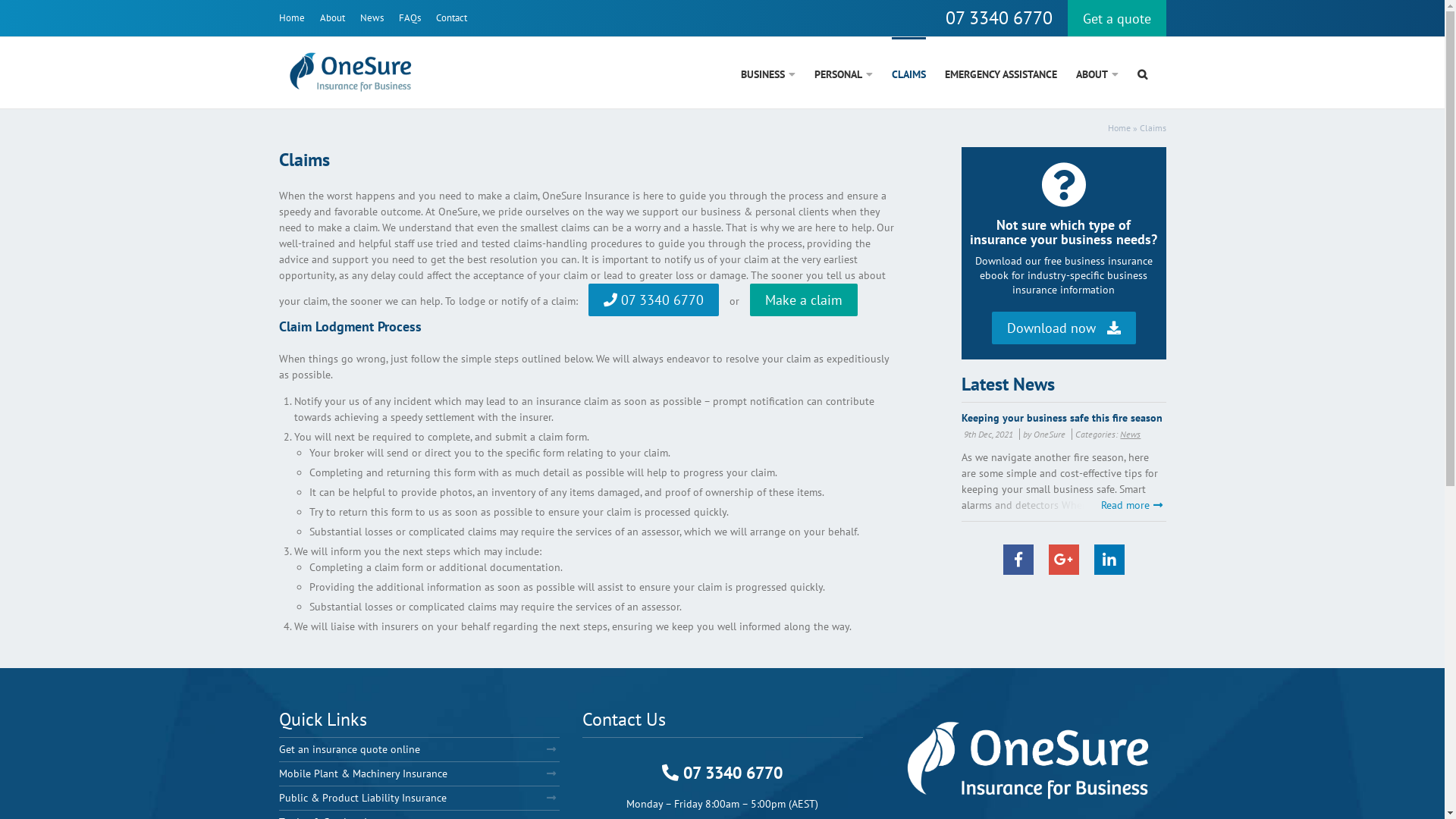 This screenshot has width=1456, height=819. Describe the element at coordinates (359, 17) in the screenshot. I see `'News'` at that location.